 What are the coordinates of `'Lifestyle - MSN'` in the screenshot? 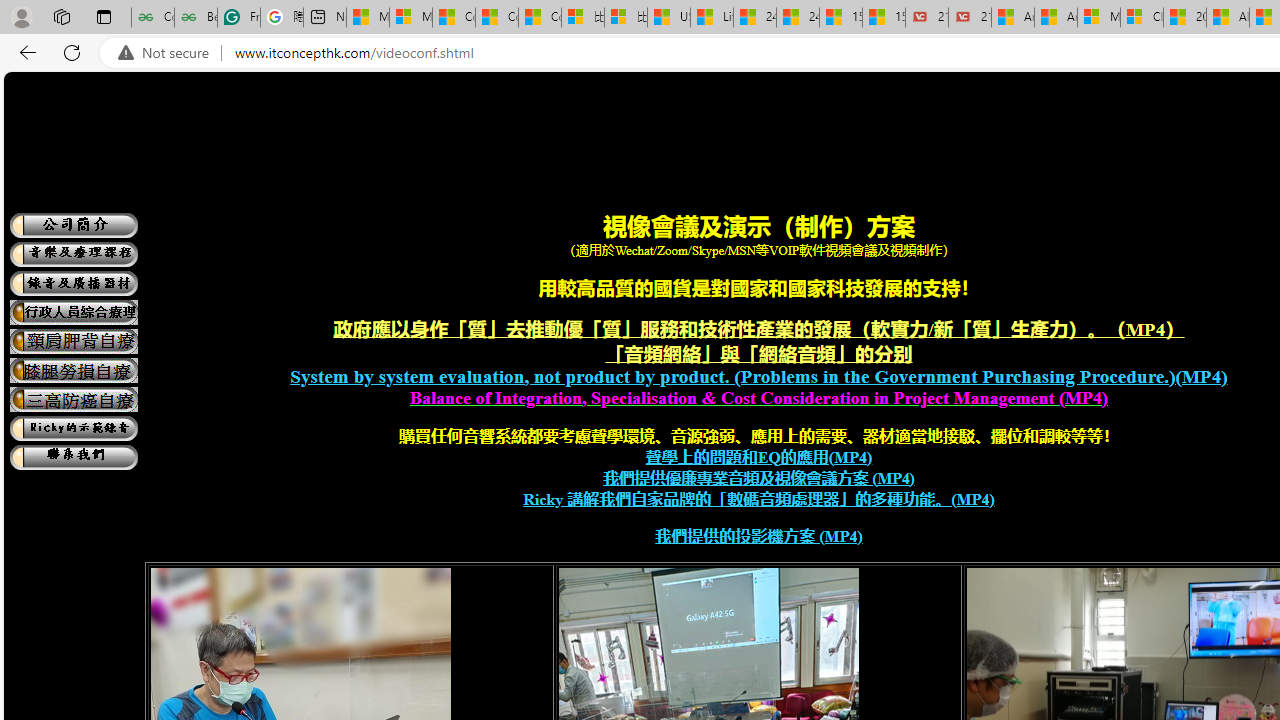 It's located at (712, 17).